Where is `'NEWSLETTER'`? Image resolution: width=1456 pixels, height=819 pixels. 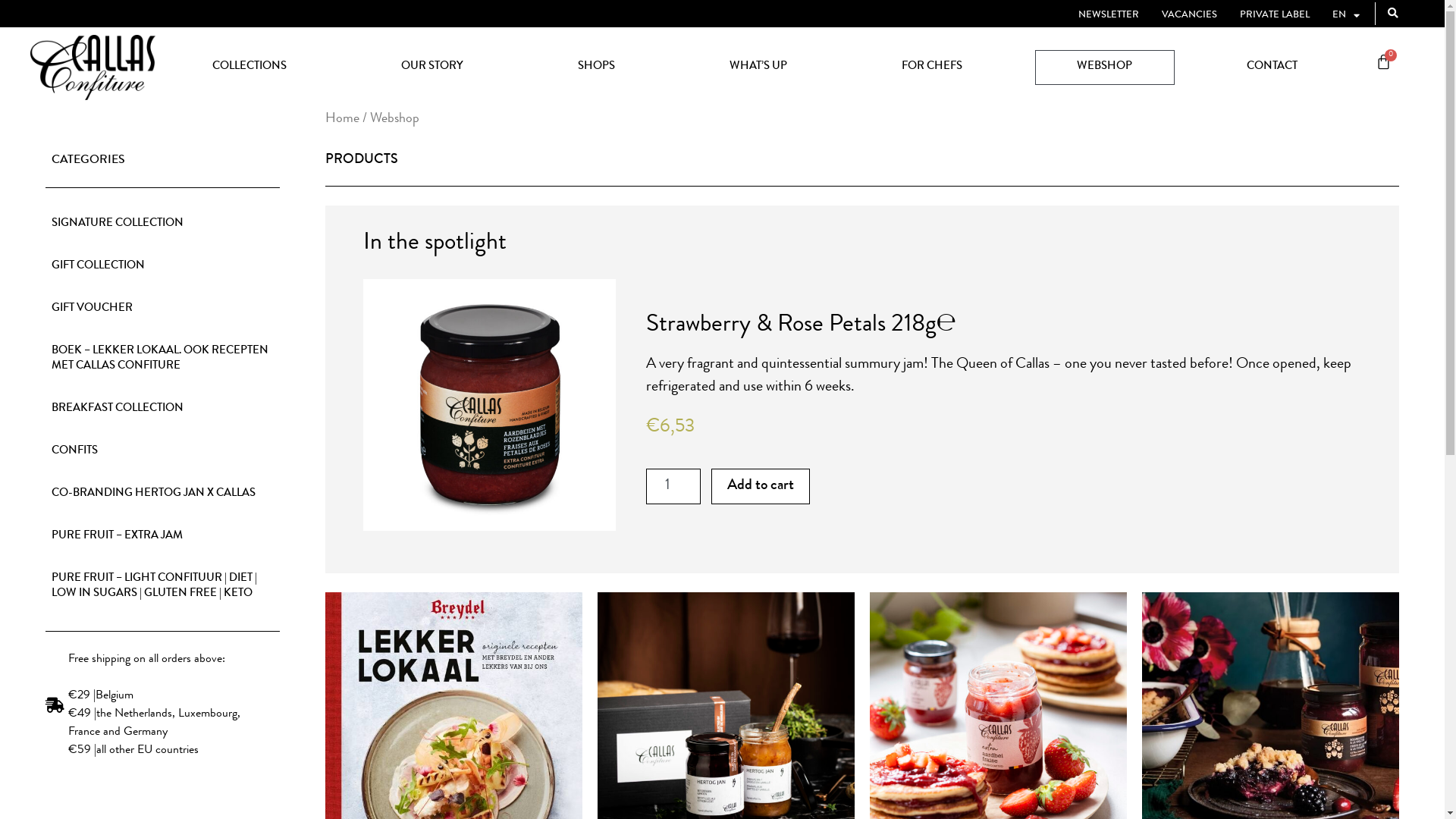
'NEWSLETTER' is located at coordinates (1109, 15).